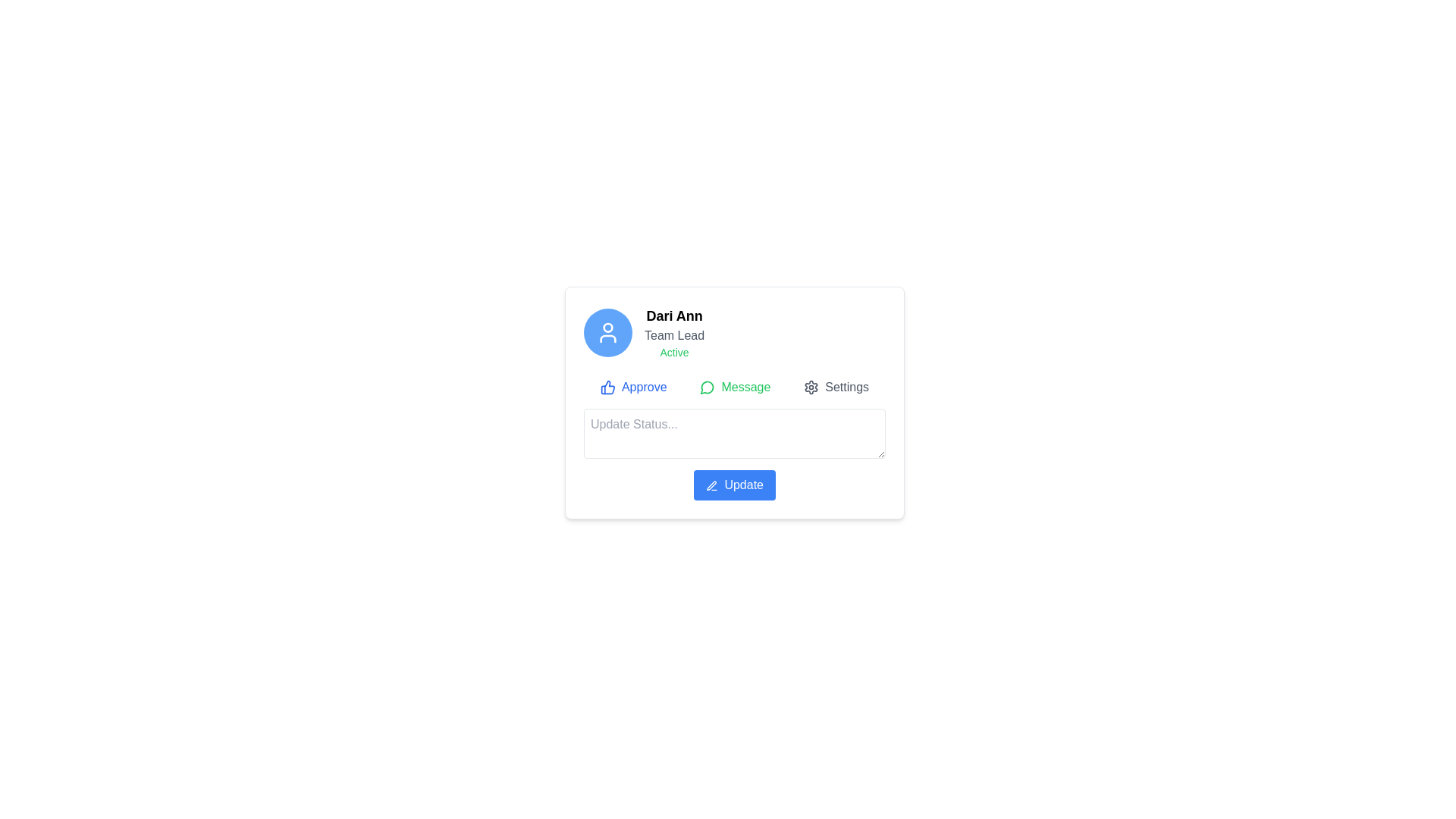 Image resolution: width=1456 pixels, height=819 pixels. What do you see at coordinates (607, 332) in the screenshot?
I see `the user icon element, which is a stylized human-shaped outline with a circular head and a half-circle torso, located at the top left corner of the user profile card` at bounding box center [607, 332].